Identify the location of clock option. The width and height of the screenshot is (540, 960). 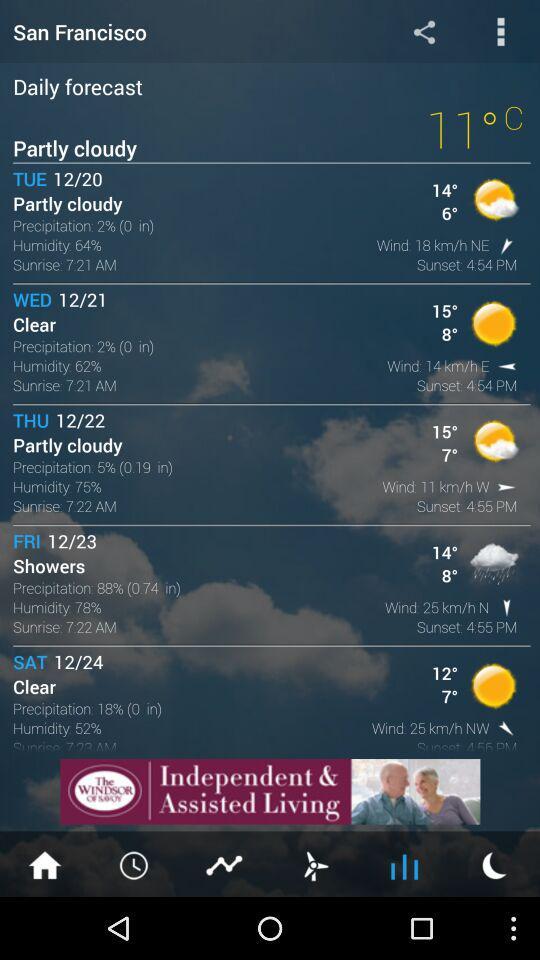
(135, 863).